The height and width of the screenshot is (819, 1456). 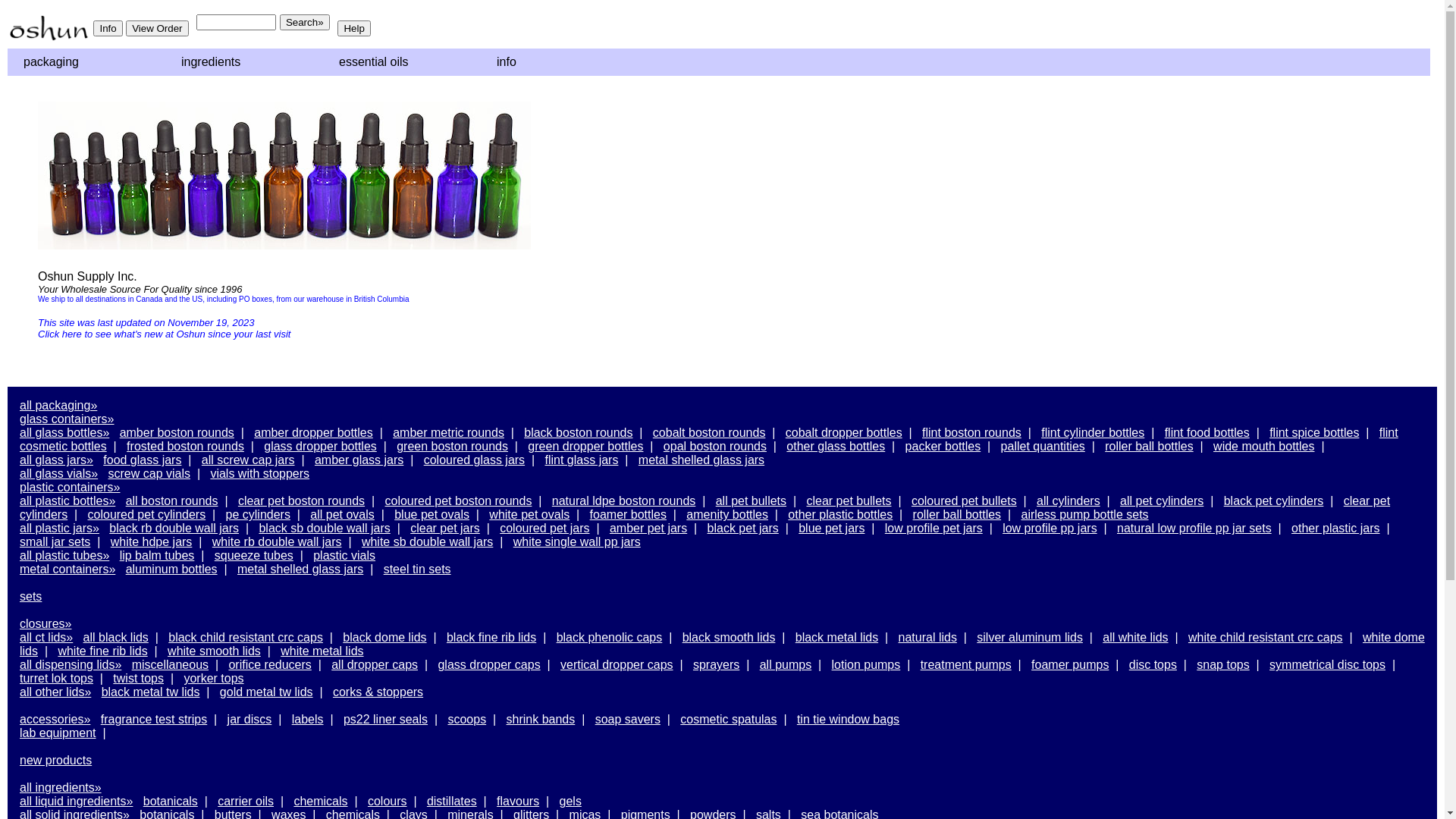 What do you see at coordinates (1153, 664) in the screenshot?
I see `'disc tops'` at bounding box center [1153, 664].